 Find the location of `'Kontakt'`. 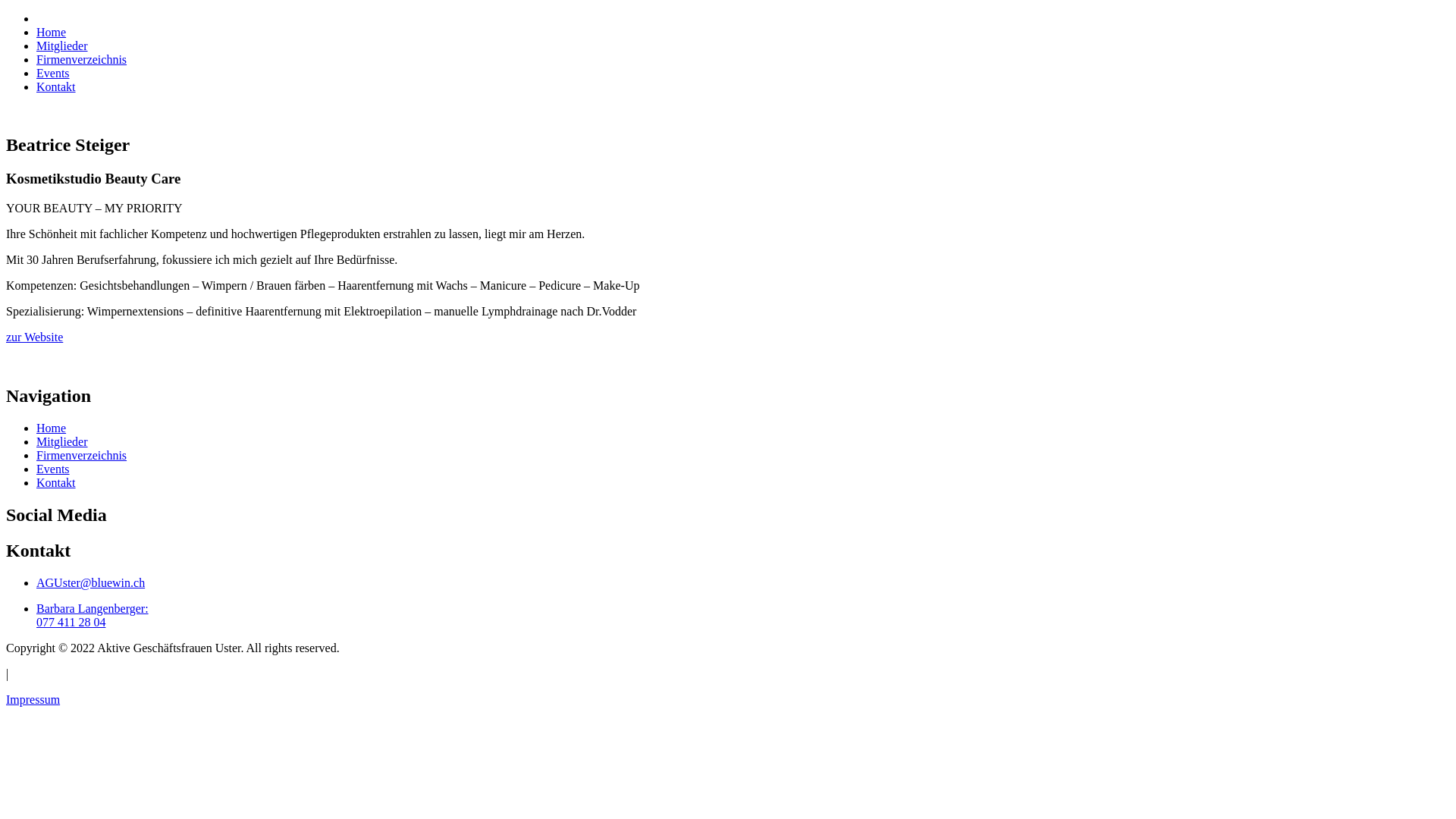

'Kontakt' is located at coordinates (55, 86).